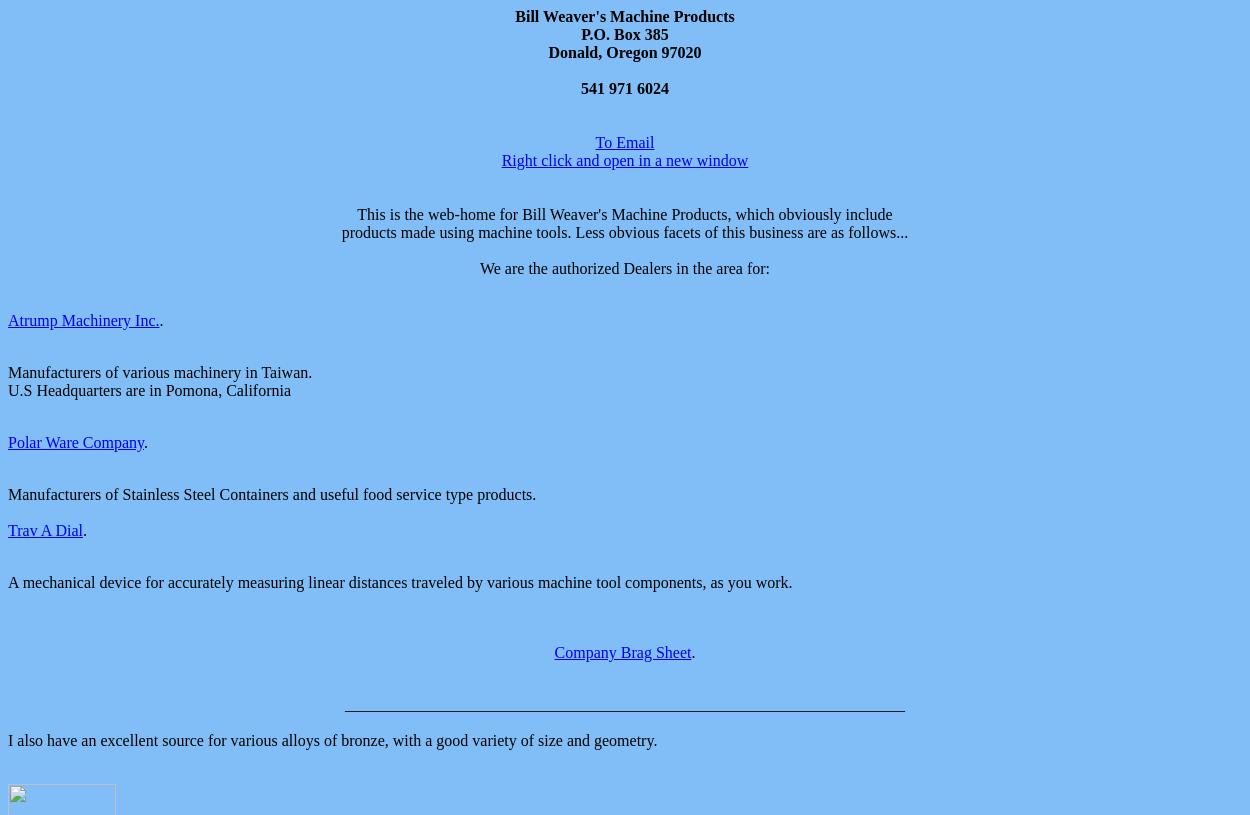 Image resolution: width=1250 pixels, height=815 pixels. Describe the element at coordinates (623, 15) in the screenshot. I see `'Bill Weaver's Machine Products'` at that location.